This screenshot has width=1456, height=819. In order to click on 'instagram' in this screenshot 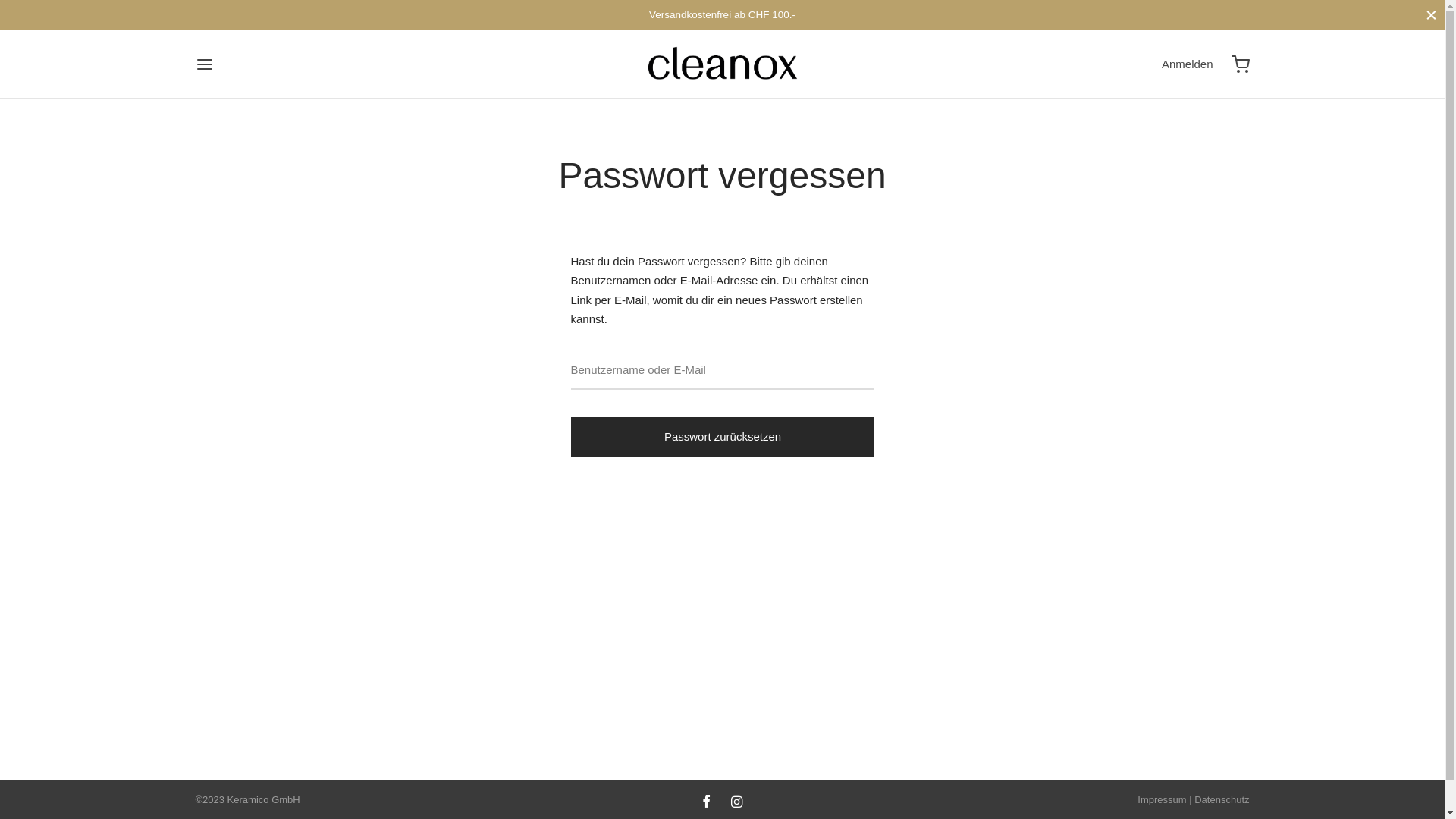, I will do `click(736, 802)`.